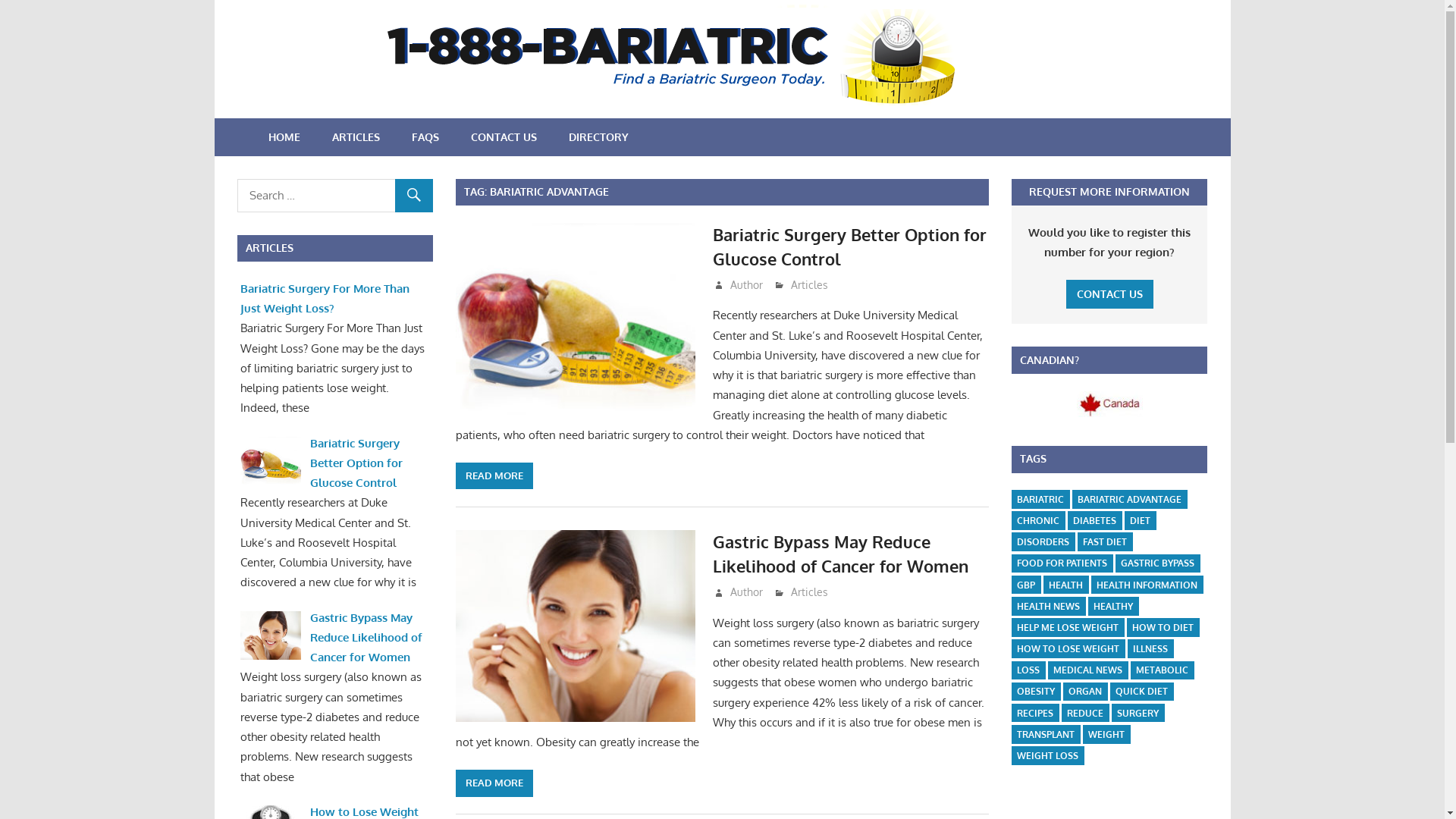 This screenshot has height=819, width=1456. I want to click on 'MEDICAL NEWS', so click(1087, 670).